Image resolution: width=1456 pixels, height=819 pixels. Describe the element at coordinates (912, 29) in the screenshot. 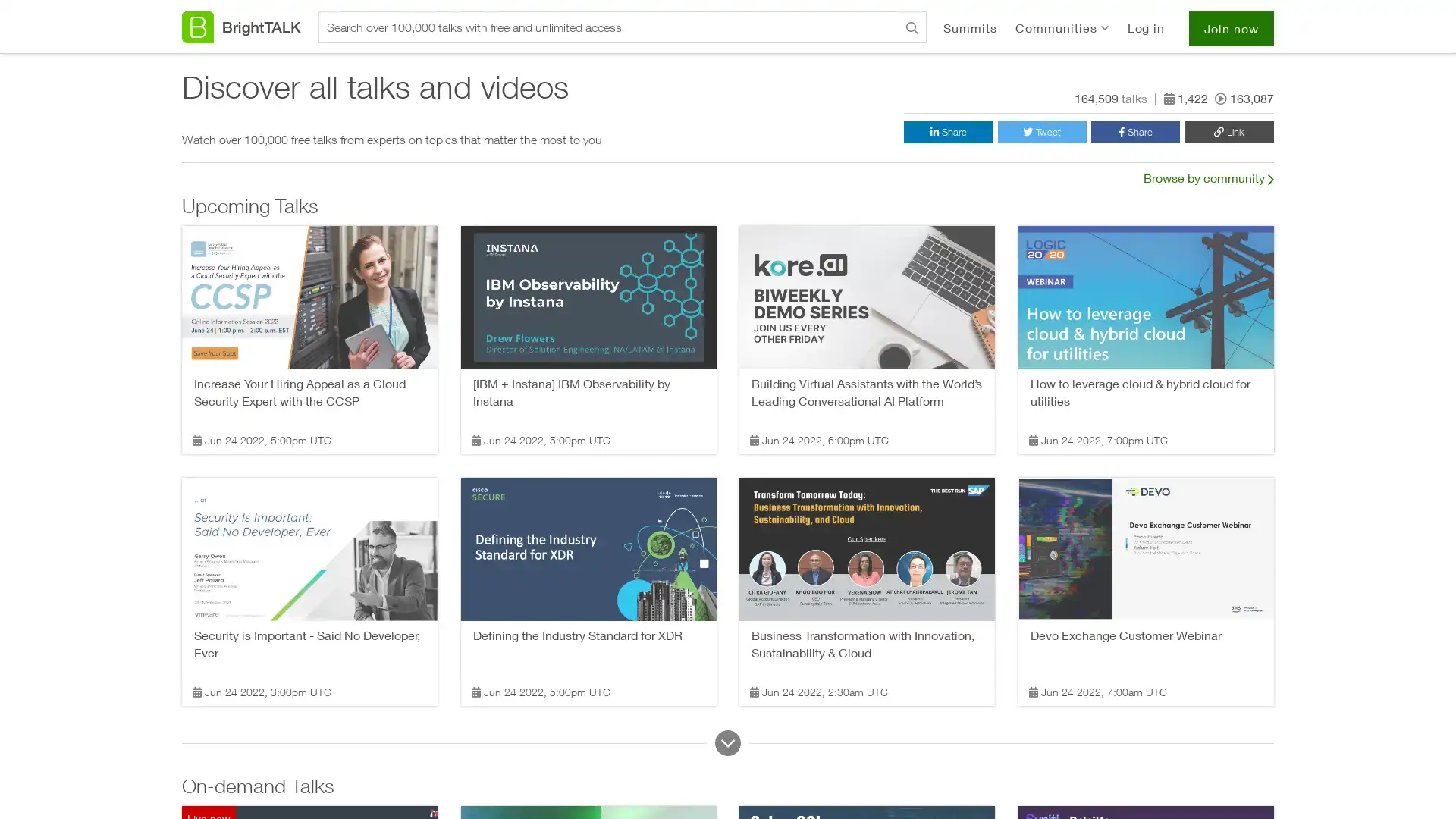

I see `Search BrightTALK` at that location.